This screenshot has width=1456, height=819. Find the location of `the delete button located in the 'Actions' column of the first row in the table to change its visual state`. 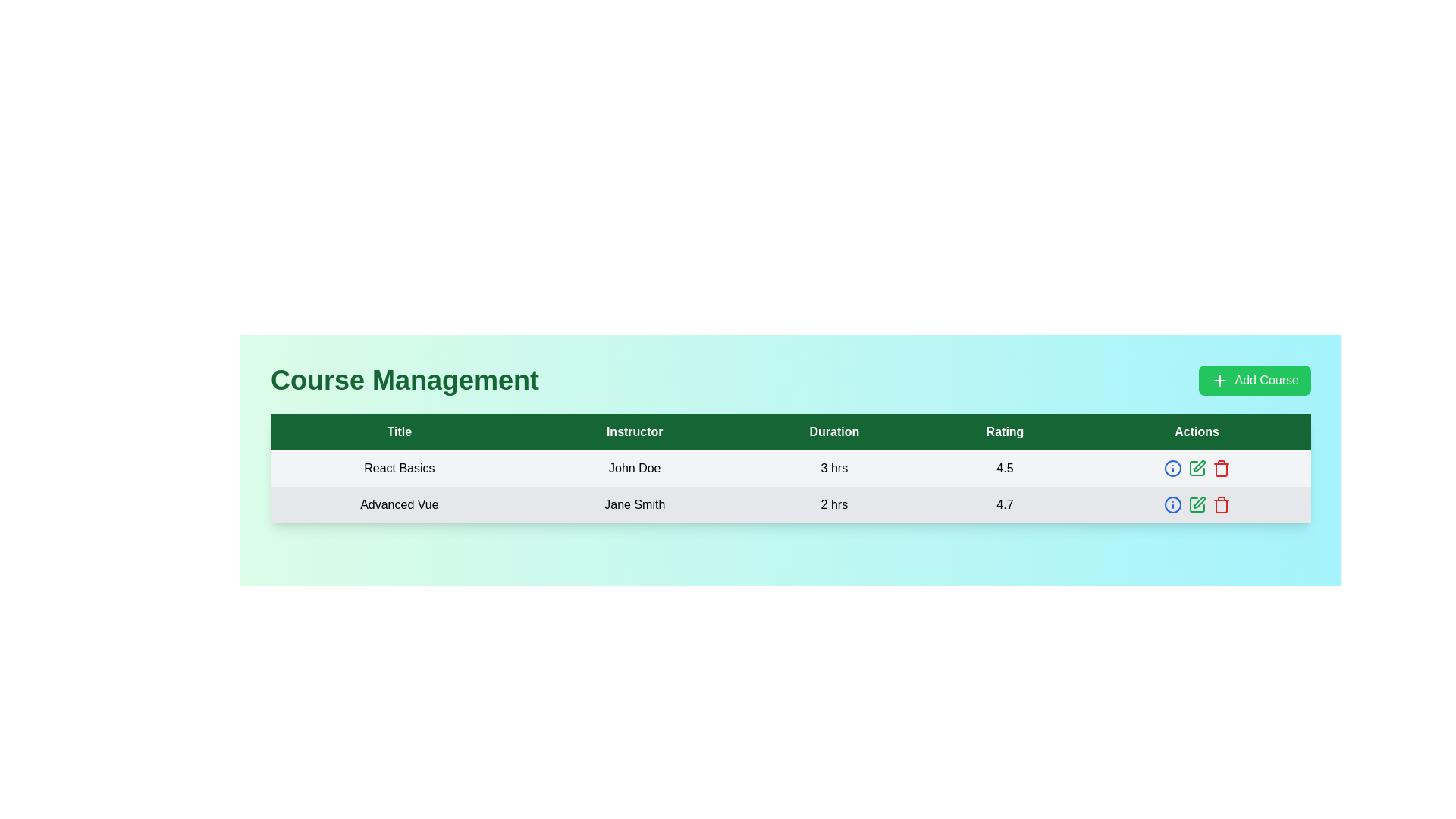

the delete button located in the 'Actions' column of the first row in the table to change its visual state is located at coordinates (1221, 467).